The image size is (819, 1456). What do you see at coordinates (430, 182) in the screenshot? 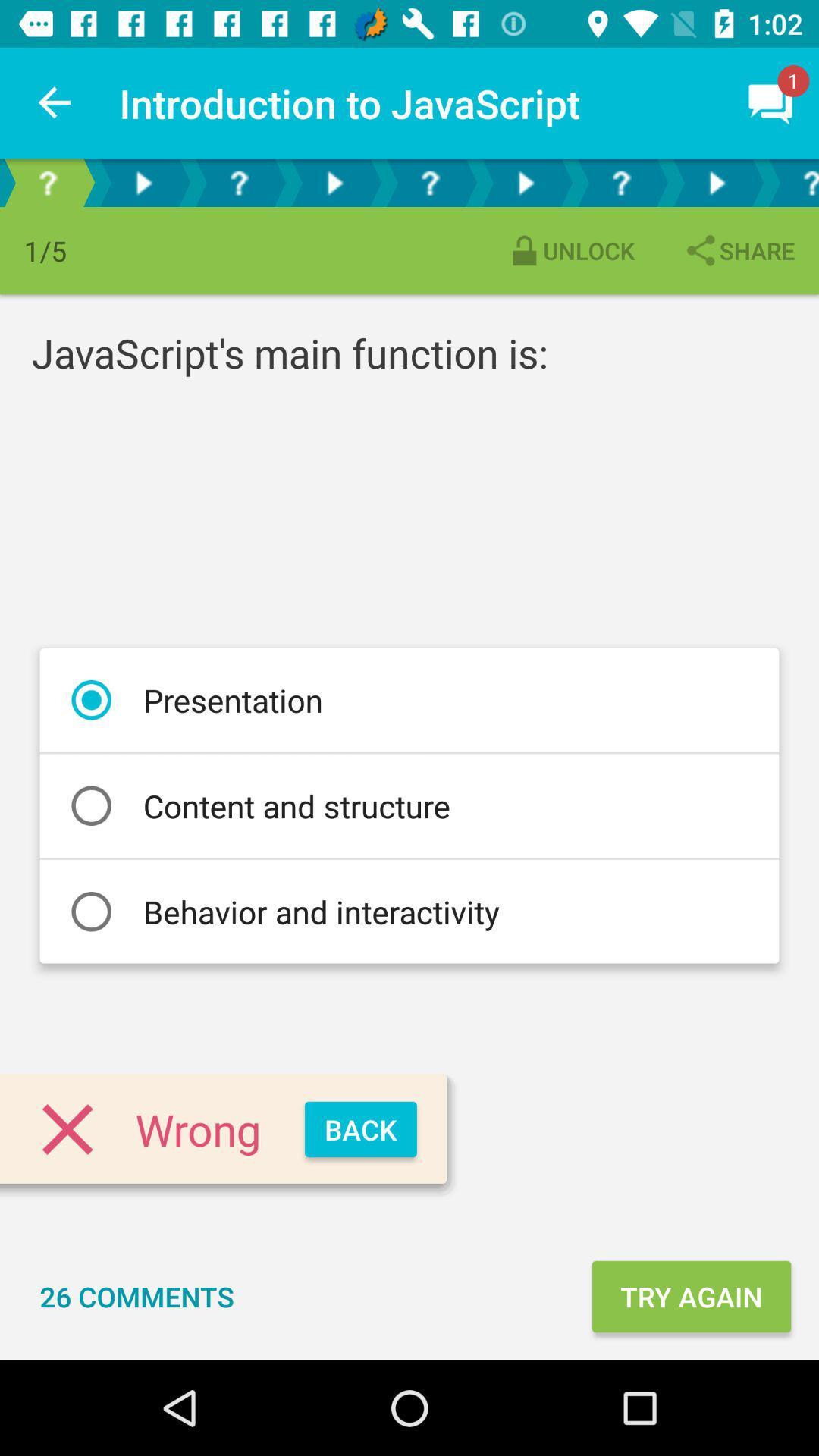
I see `help` at bounding box center [430, 182].